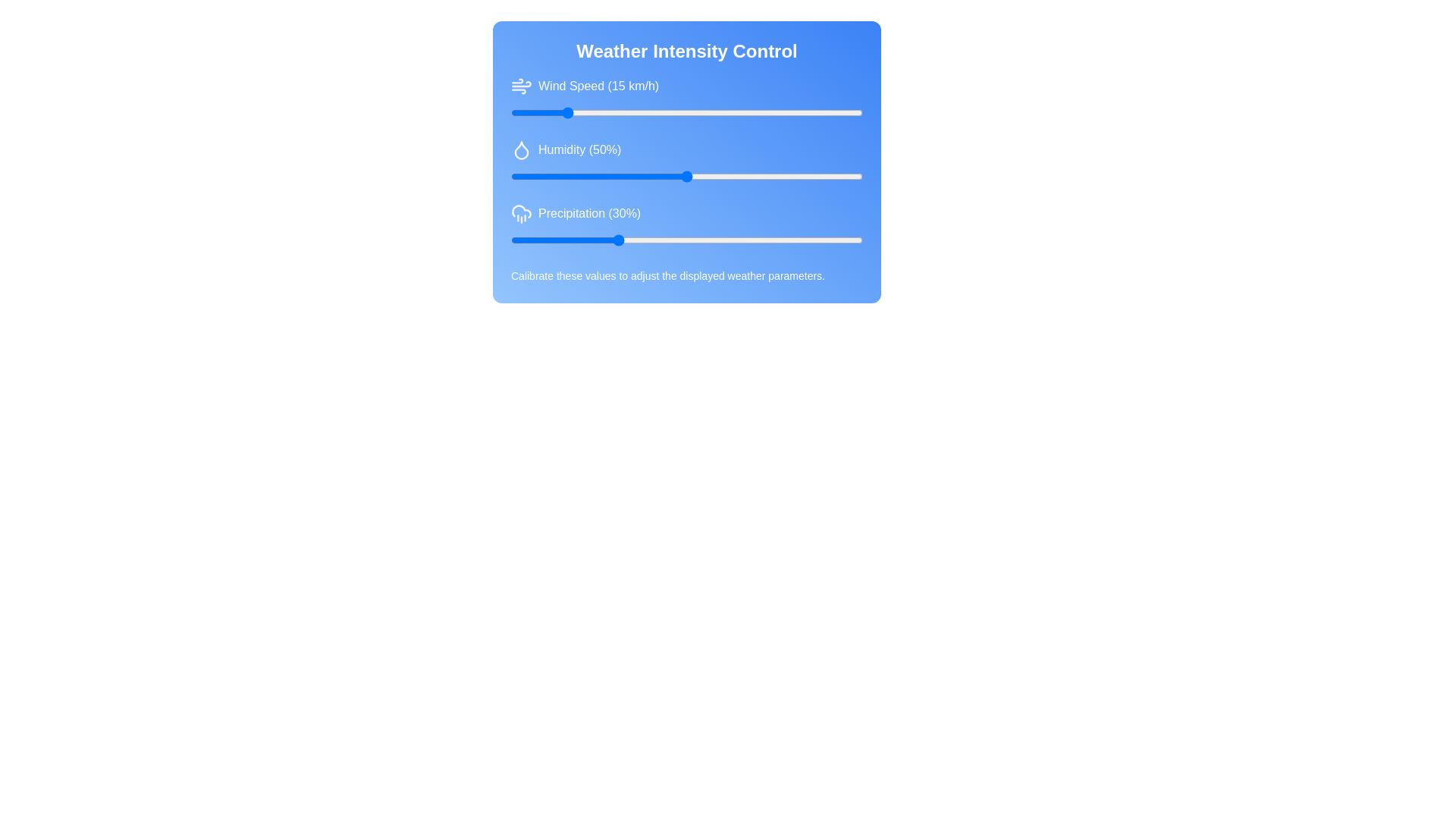  What do you see at coordinates (521, 149) in the screenshot?
I see `the water droplet icon located inside the 'Weather Intensity Control' panel, which is styled with a clean, minimalist outline design and positioned to the left of the 'Humidity (50%)' label` at bounding box center [521, 149].